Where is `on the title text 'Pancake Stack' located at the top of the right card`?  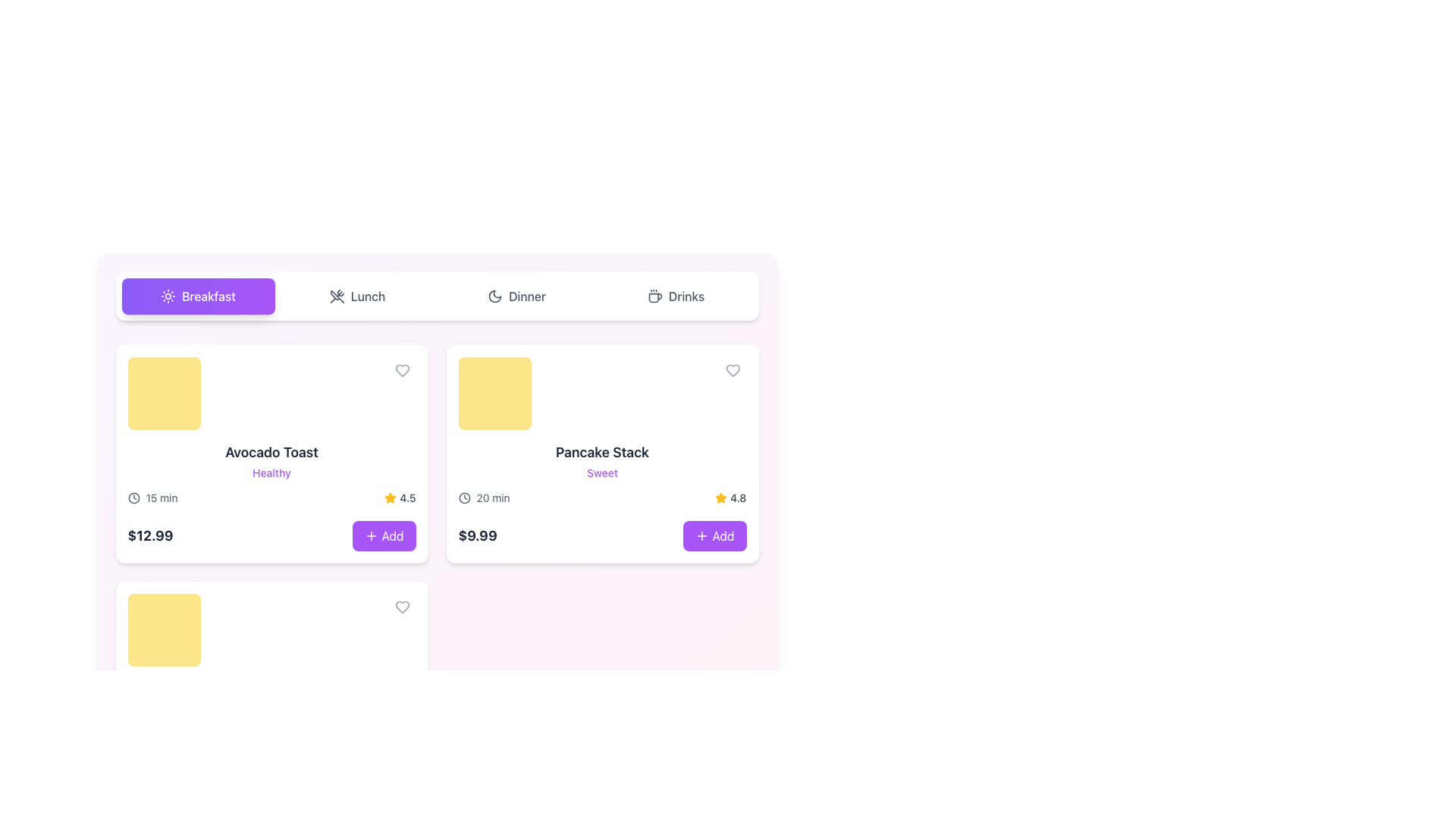 on the title text 'Pancake Stack' located at the top of the right card is located at coordinates (601, 452).